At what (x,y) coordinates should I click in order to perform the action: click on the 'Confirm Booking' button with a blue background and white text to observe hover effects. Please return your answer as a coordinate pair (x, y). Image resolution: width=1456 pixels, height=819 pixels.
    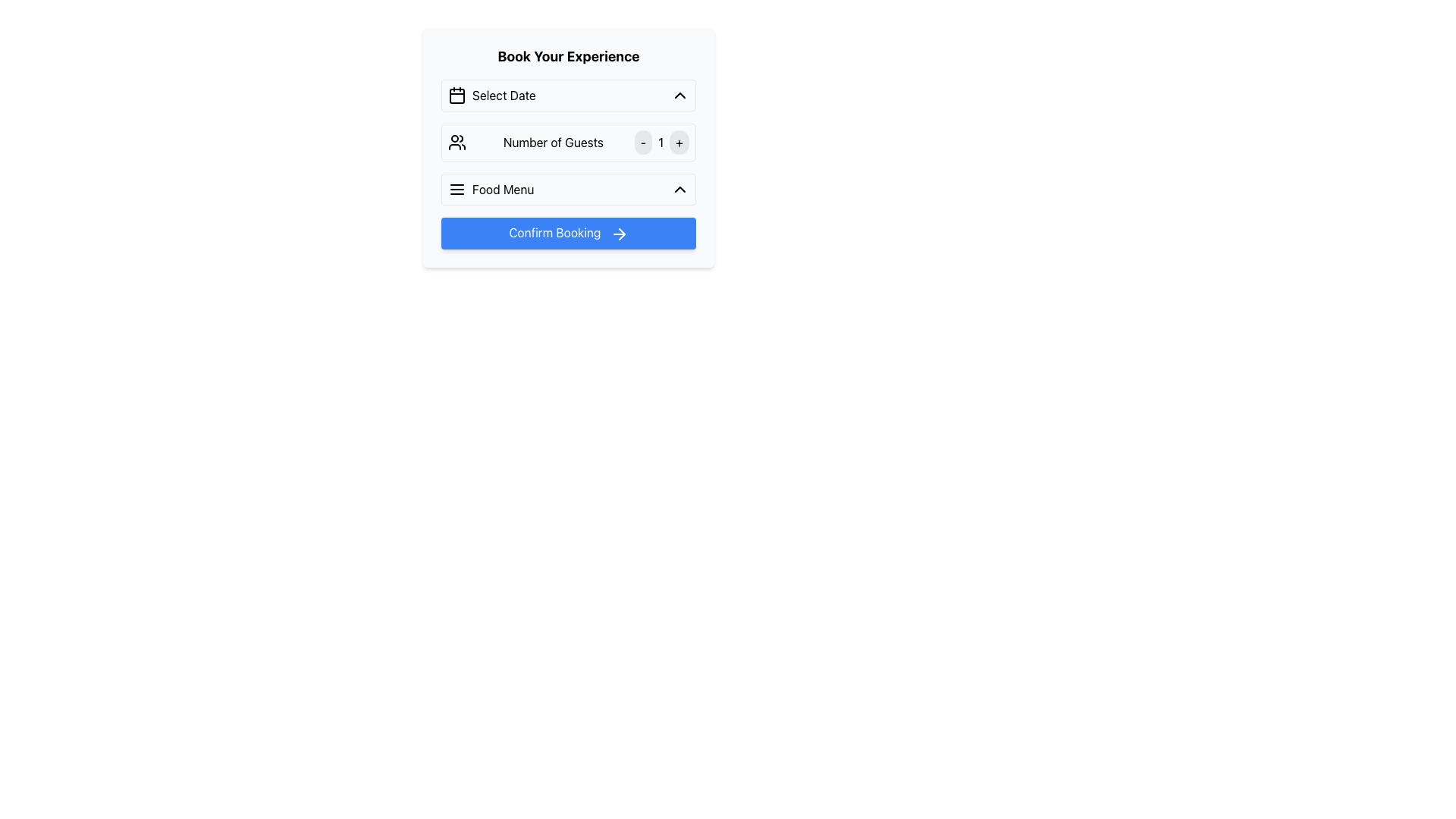
    Looking at the image, I should click on (567, 233).